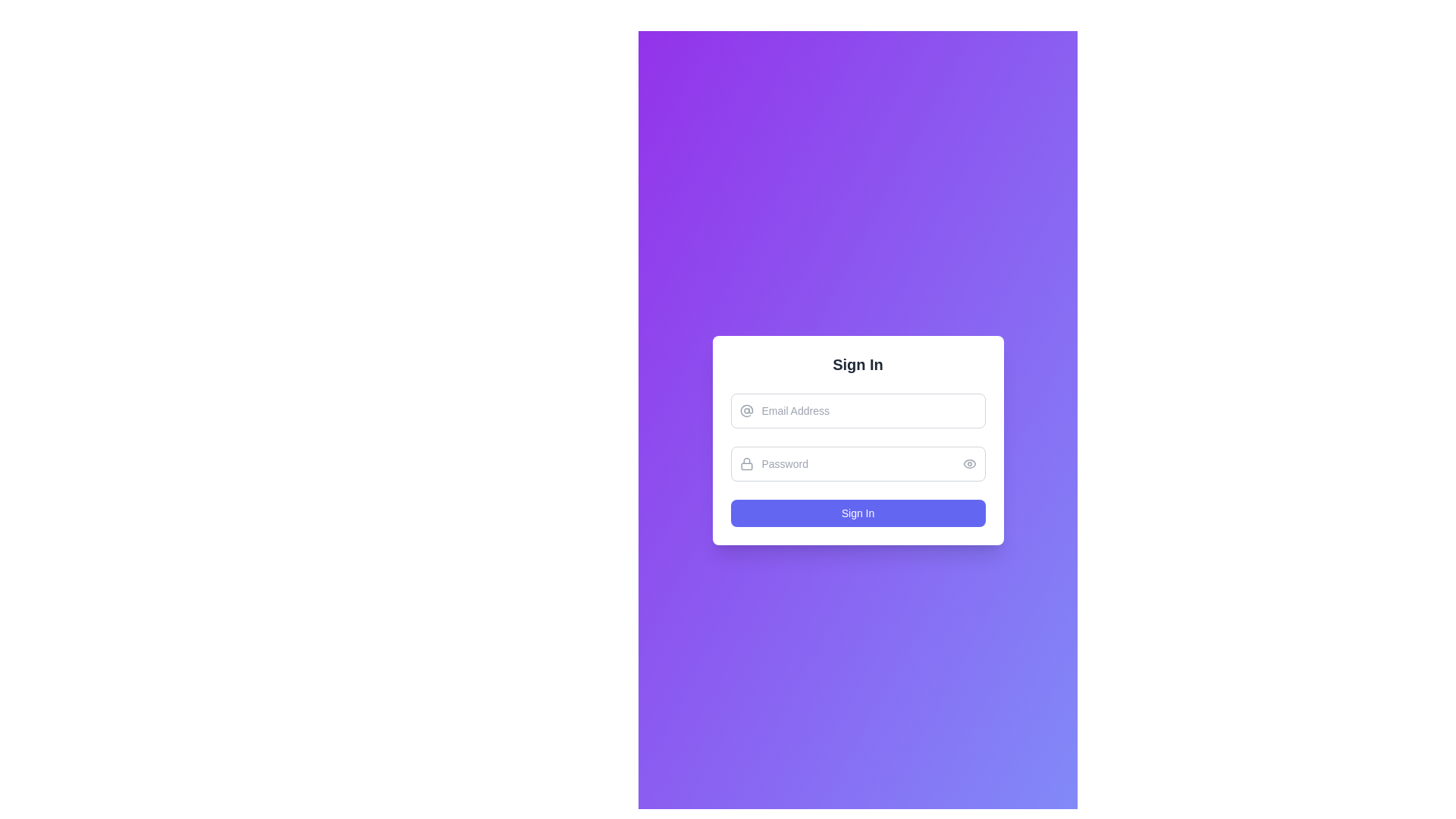 This screenshot has height=819, width=1456. I want to click on the eye-shaped SVG icon, so click(968, 463).